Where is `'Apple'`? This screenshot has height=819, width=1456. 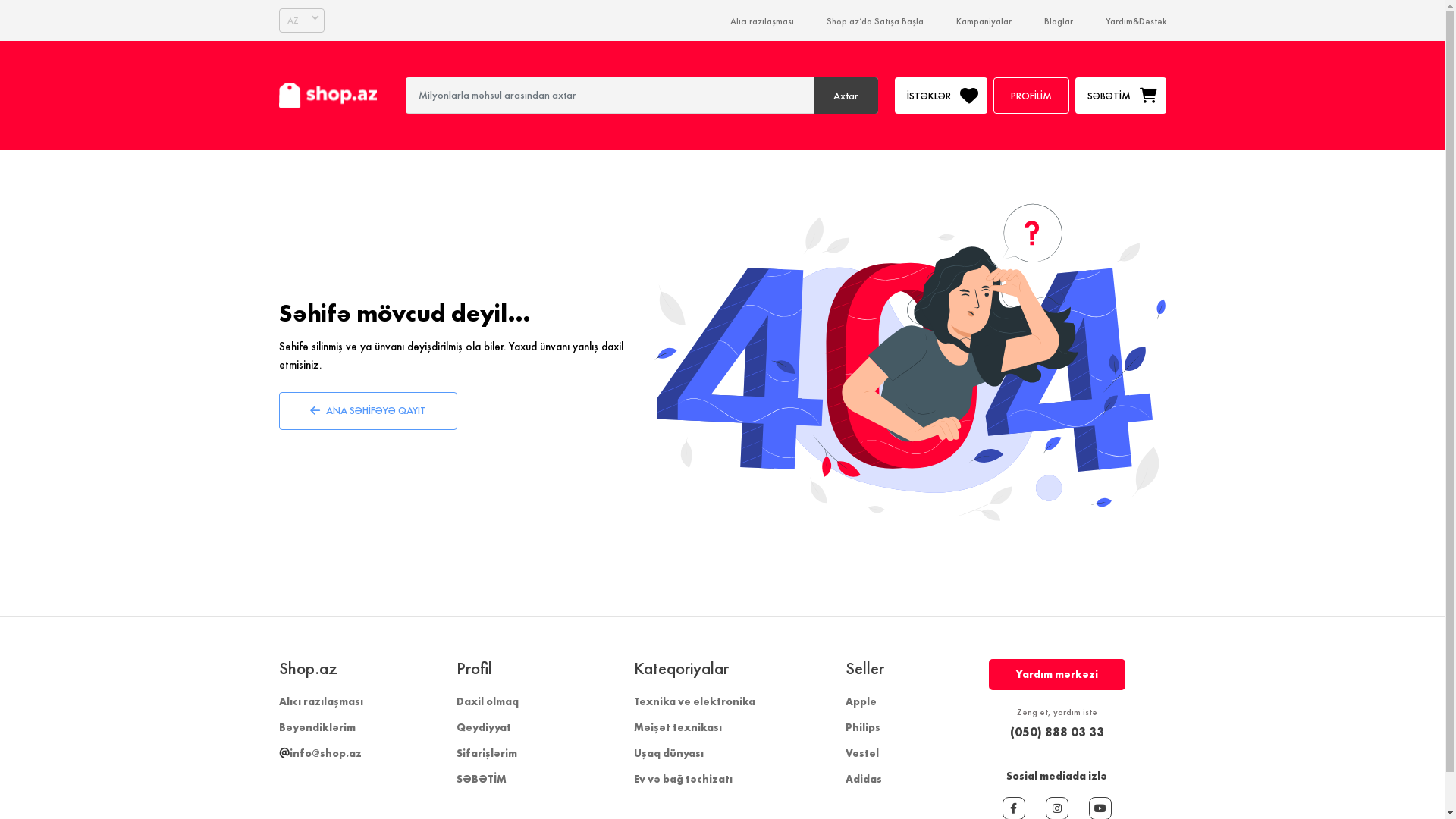 'Apple' is located at coordinates (843, 701).